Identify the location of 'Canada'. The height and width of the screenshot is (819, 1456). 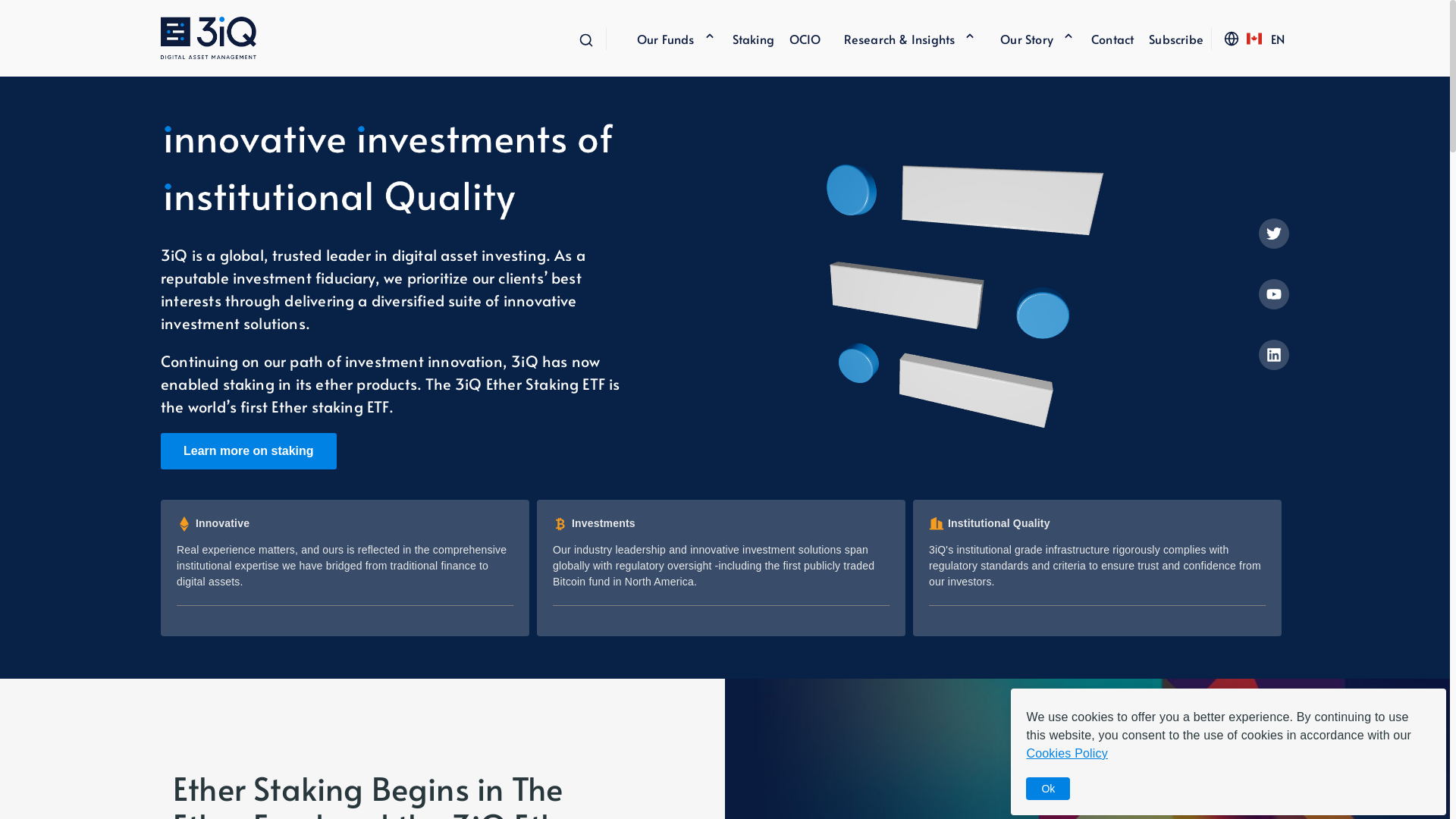
(1254, 37).